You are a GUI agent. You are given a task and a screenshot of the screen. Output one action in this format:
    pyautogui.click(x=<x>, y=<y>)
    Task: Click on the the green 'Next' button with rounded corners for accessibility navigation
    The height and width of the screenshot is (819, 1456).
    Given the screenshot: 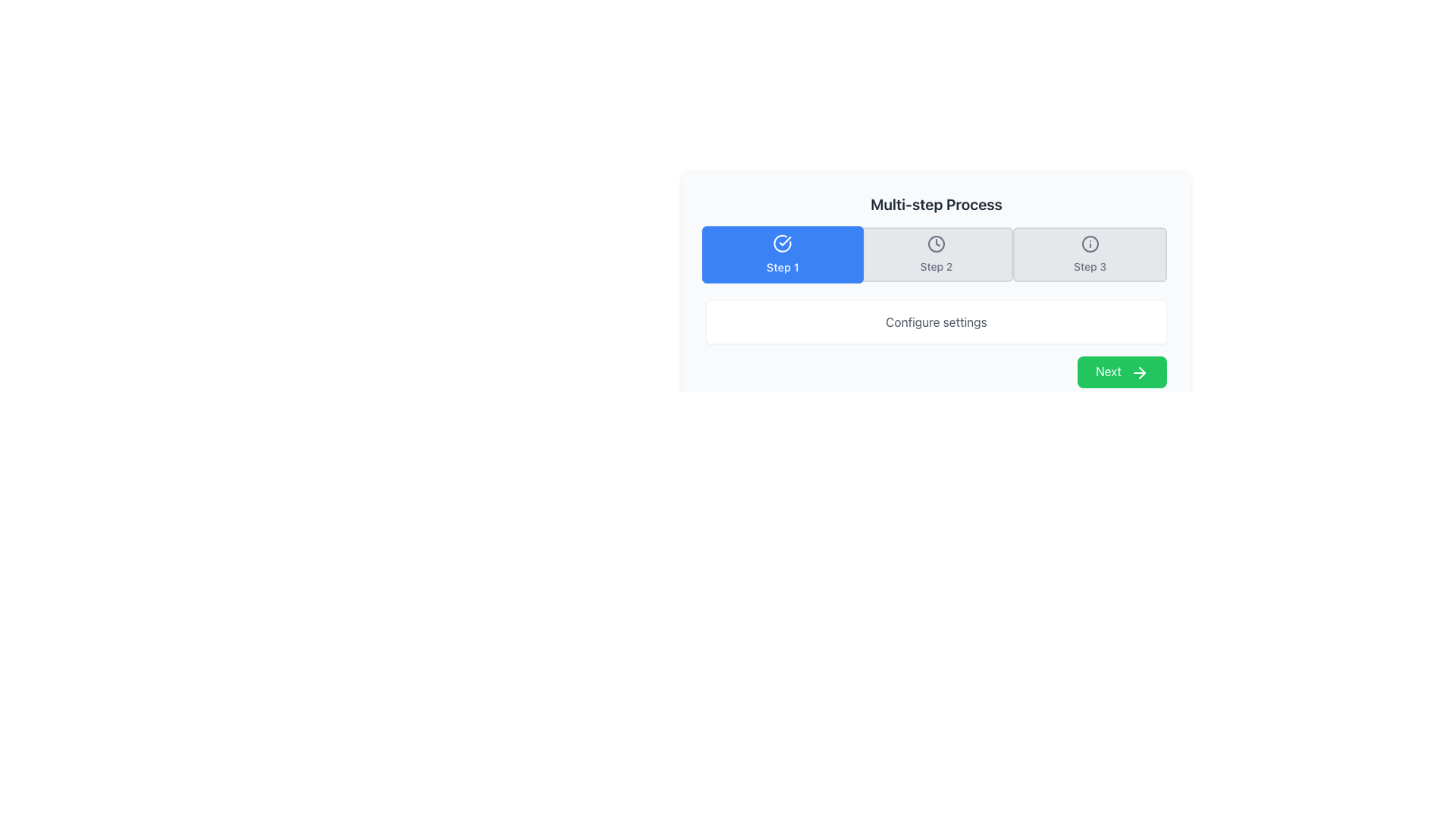 What is the action you would take?
    pyautogui.click(x=1122, y=372)
    